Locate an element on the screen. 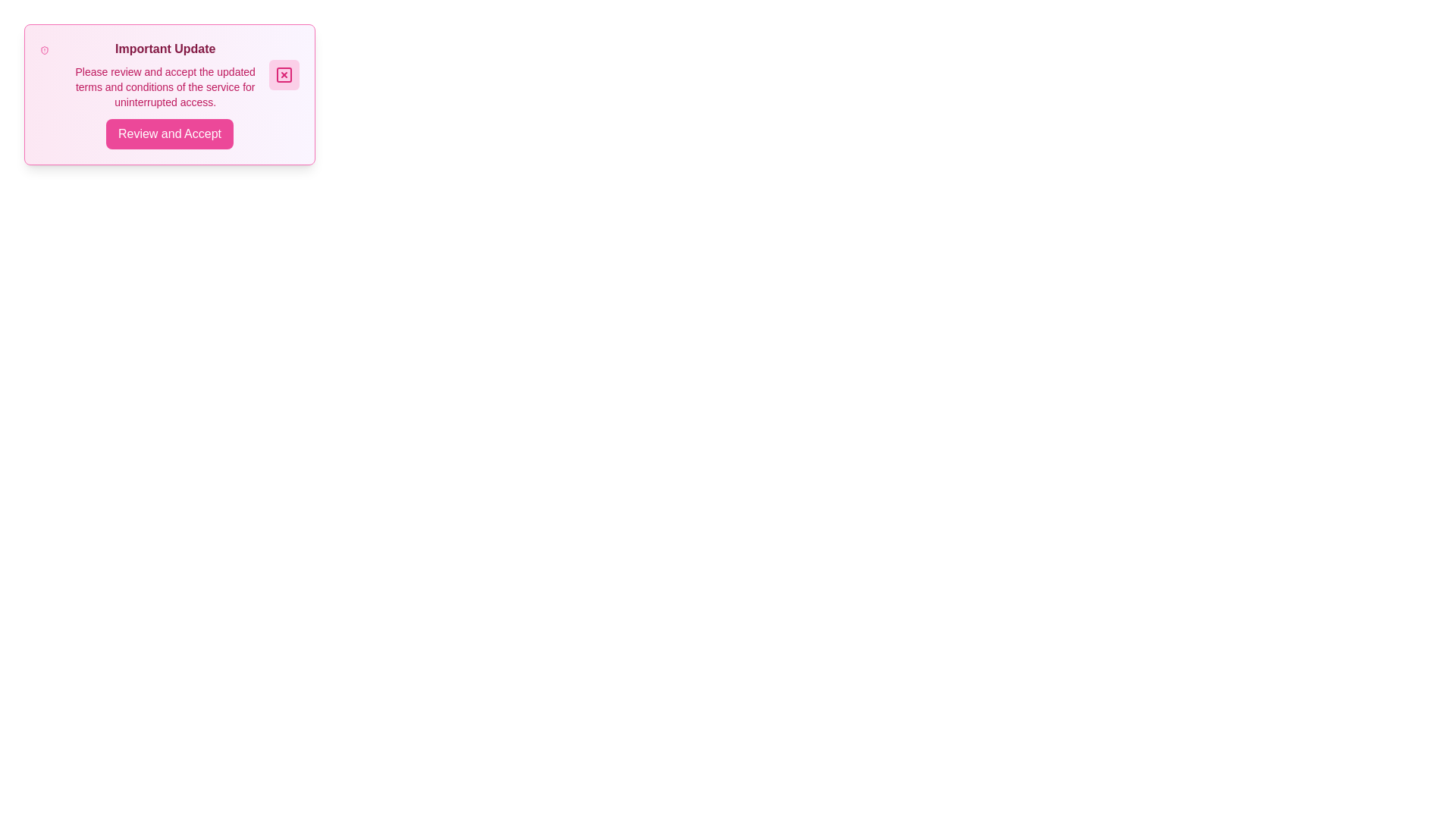 This screenshot has width=1456, height=819. the close button located at the top-right corner of the pink notification card is located at coordinates (284, 75).